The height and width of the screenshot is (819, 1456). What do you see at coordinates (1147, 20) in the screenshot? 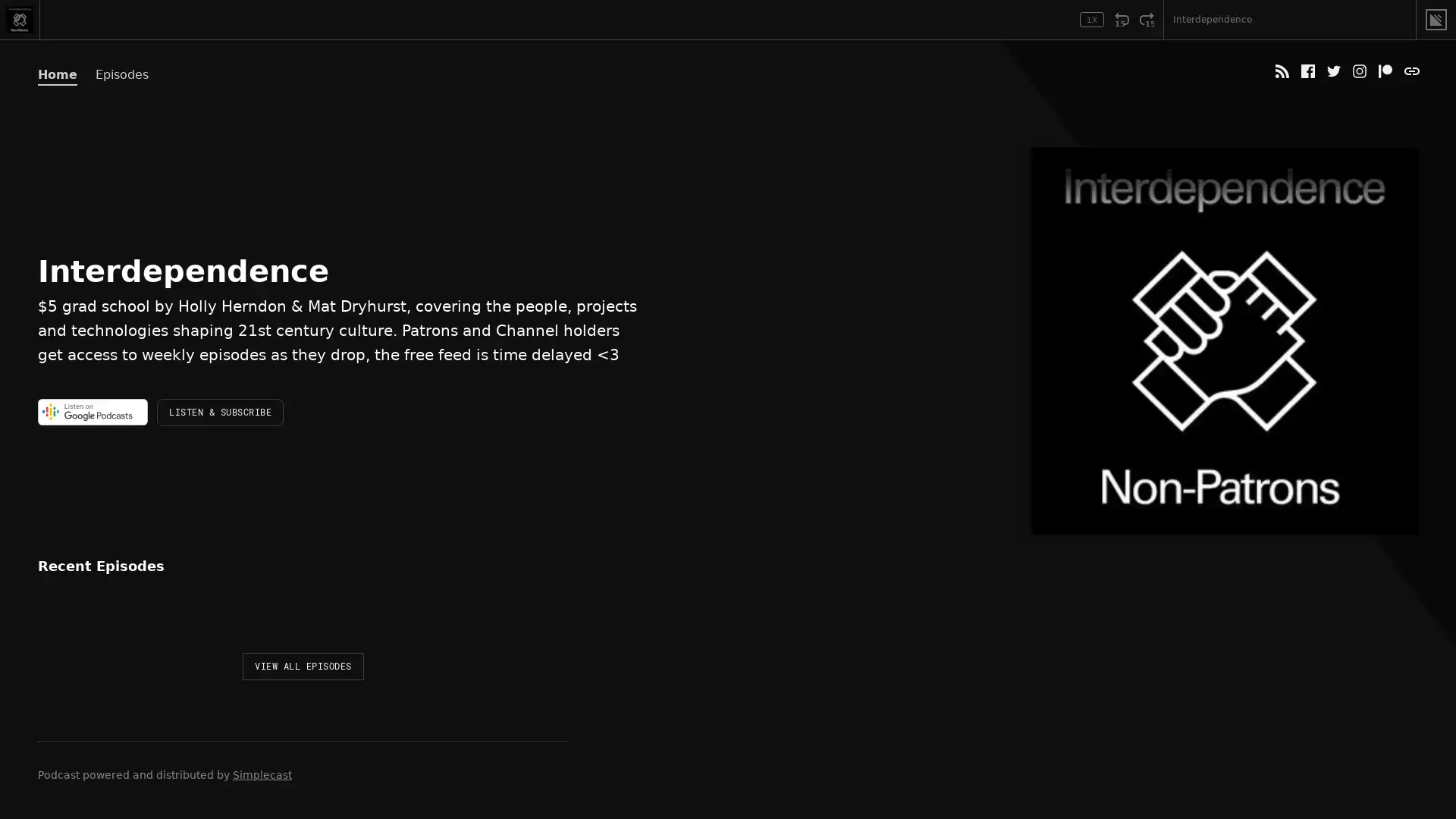
I see `Fast Forward 15 Seconds` at bounding box center [1147, 20].